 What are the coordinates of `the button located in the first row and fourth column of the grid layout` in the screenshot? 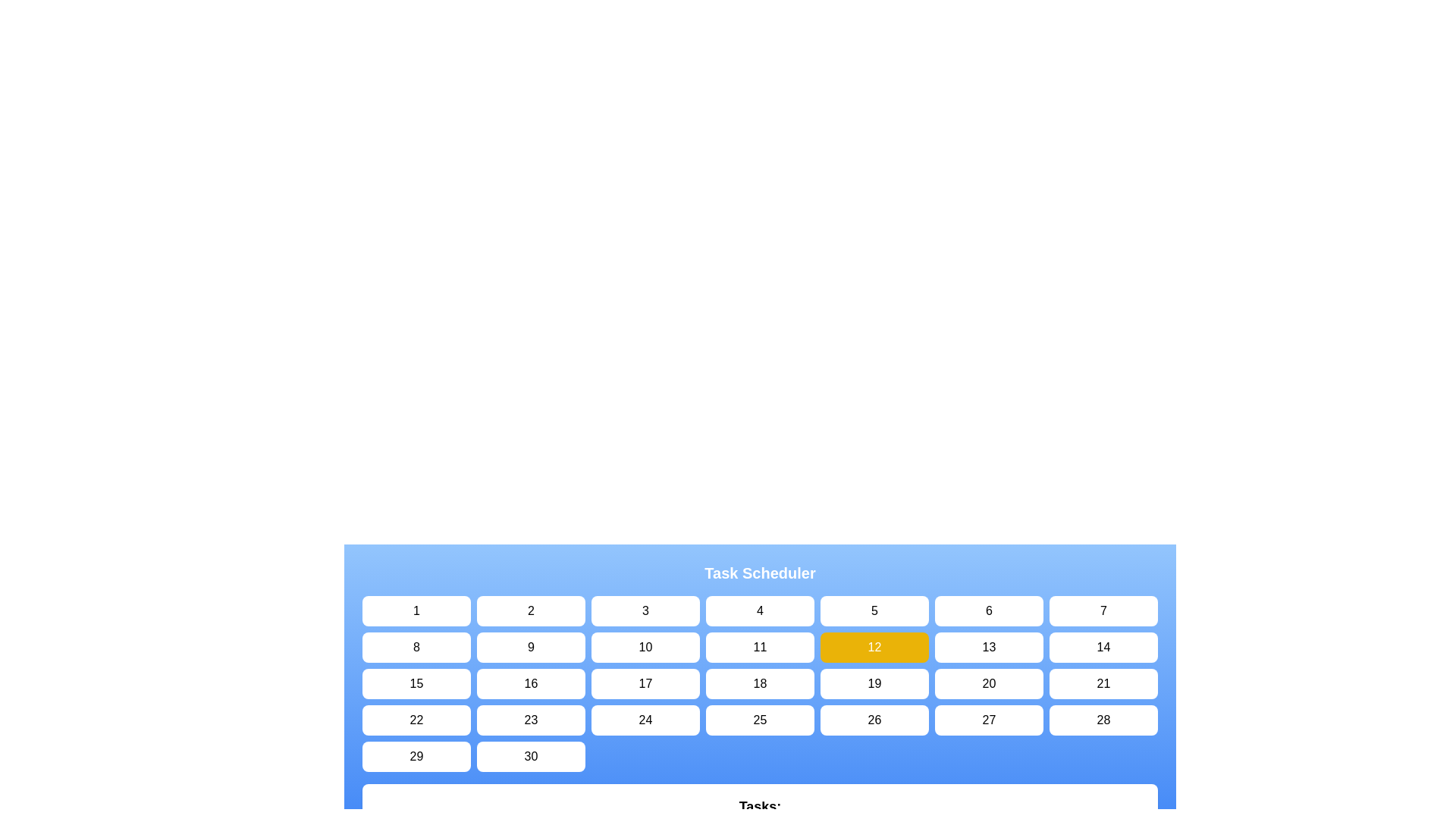 It's located at (760, 610).